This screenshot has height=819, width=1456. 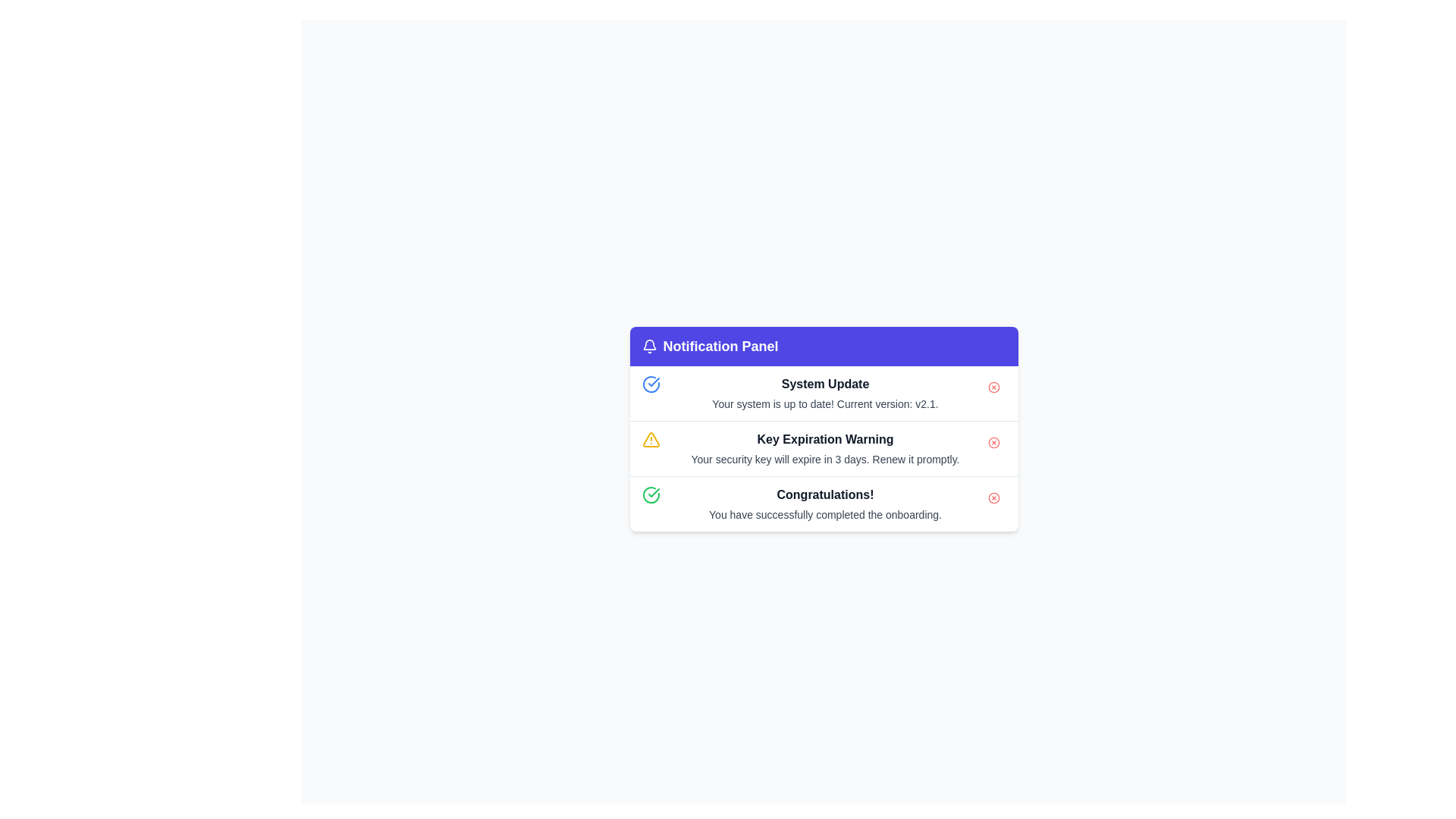 What do you see at coordinates (824, 439) in the screenshot?
I see `the bold text label displaying 'Key Expiration Warning' that emphasizes its importance within the Notification Panel` at bounding box center [824, 439].